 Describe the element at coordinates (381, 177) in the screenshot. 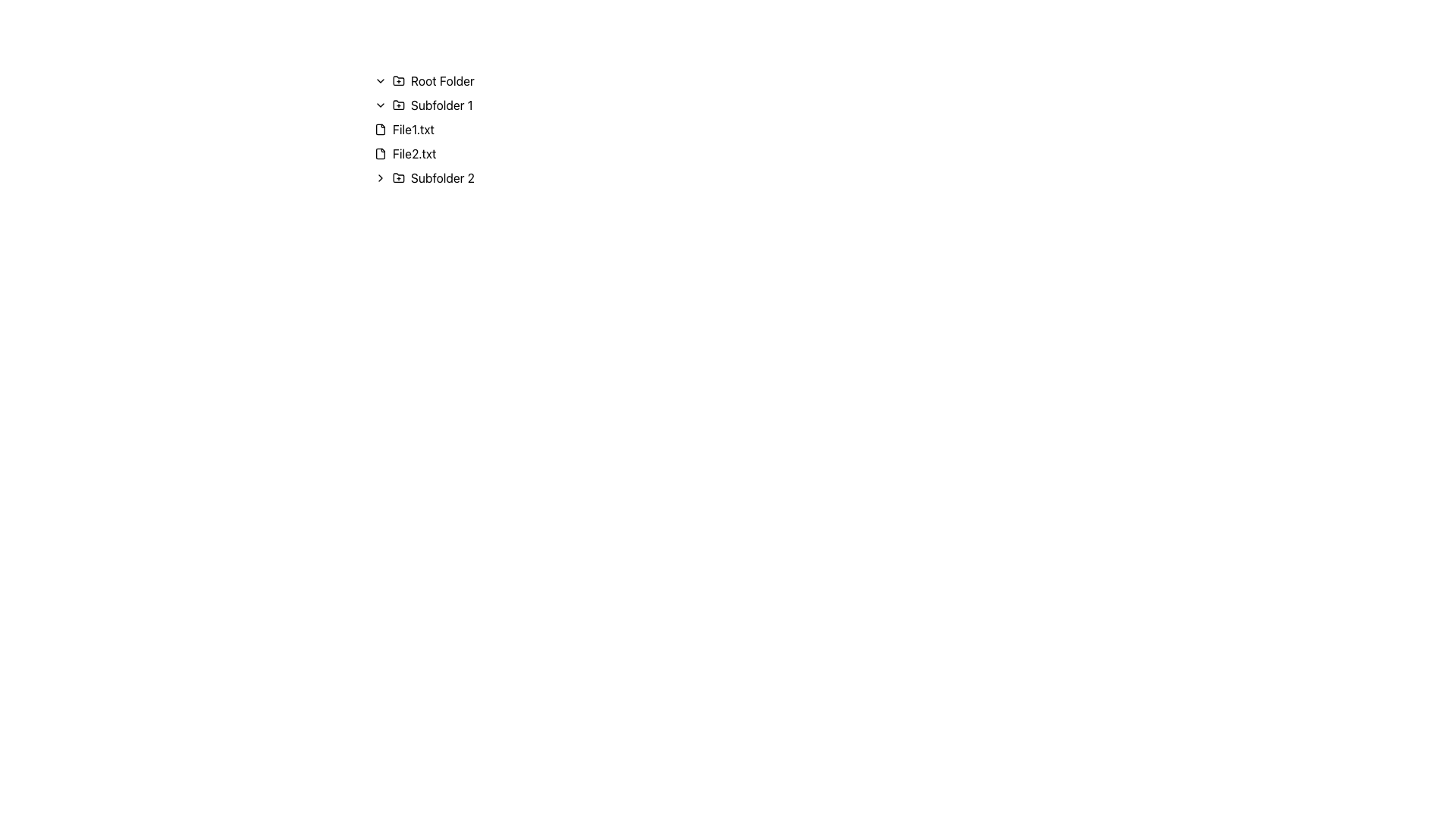

I see `the navigation icon shaped like a rightward chevron ('⟶') located to the left of the 'Subfolder 2' label` at that location.